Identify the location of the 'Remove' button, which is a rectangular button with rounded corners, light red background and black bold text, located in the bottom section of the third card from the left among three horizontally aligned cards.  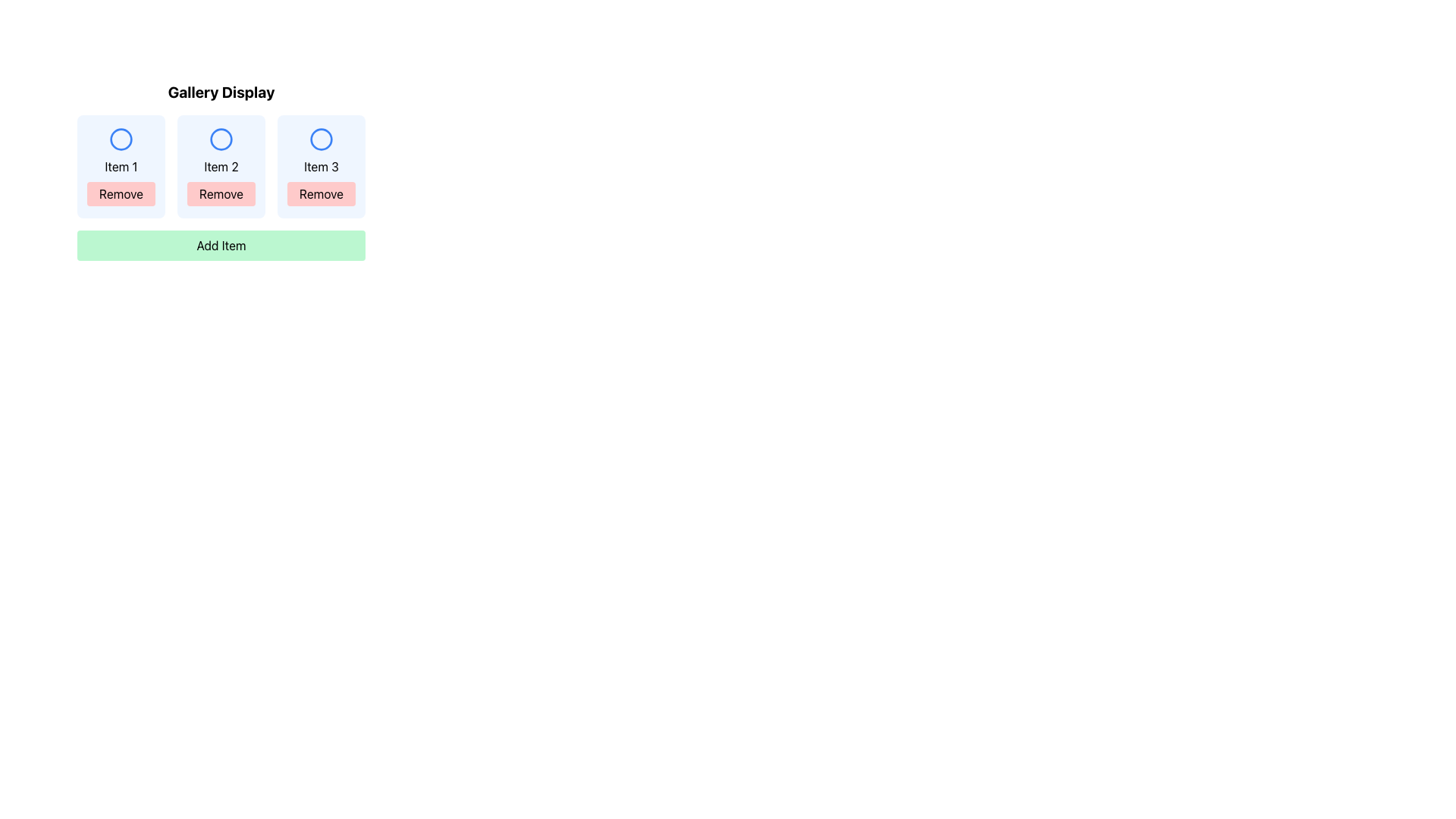
(320, 193).